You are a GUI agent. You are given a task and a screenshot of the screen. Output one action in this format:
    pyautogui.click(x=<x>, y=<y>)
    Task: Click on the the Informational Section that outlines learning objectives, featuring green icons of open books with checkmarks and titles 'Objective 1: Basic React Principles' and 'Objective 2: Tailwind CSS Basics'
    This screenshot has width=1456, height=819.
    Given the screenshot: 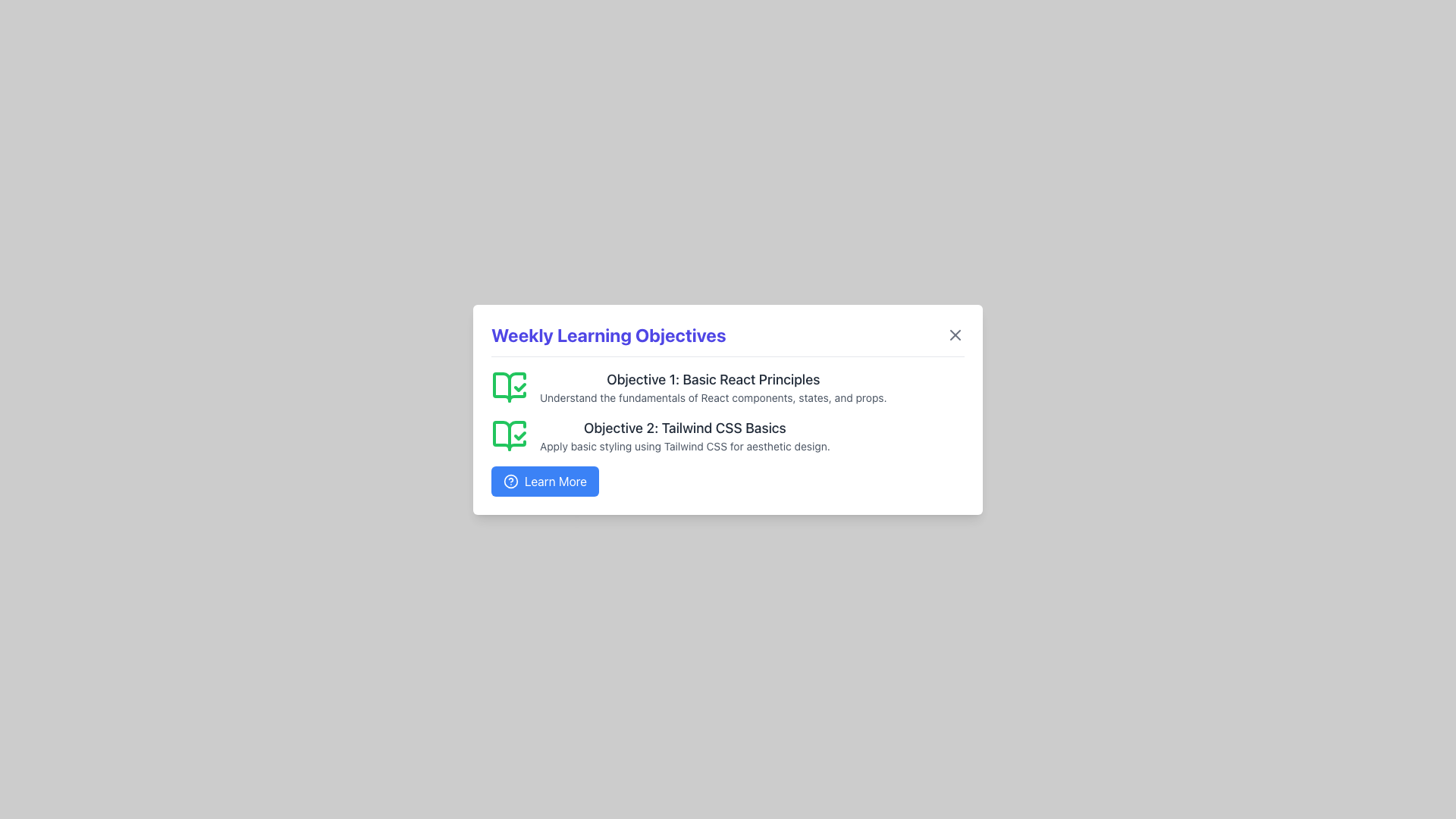 What is the action you would take?
    pyautogui.click(x=728, y=432)
    